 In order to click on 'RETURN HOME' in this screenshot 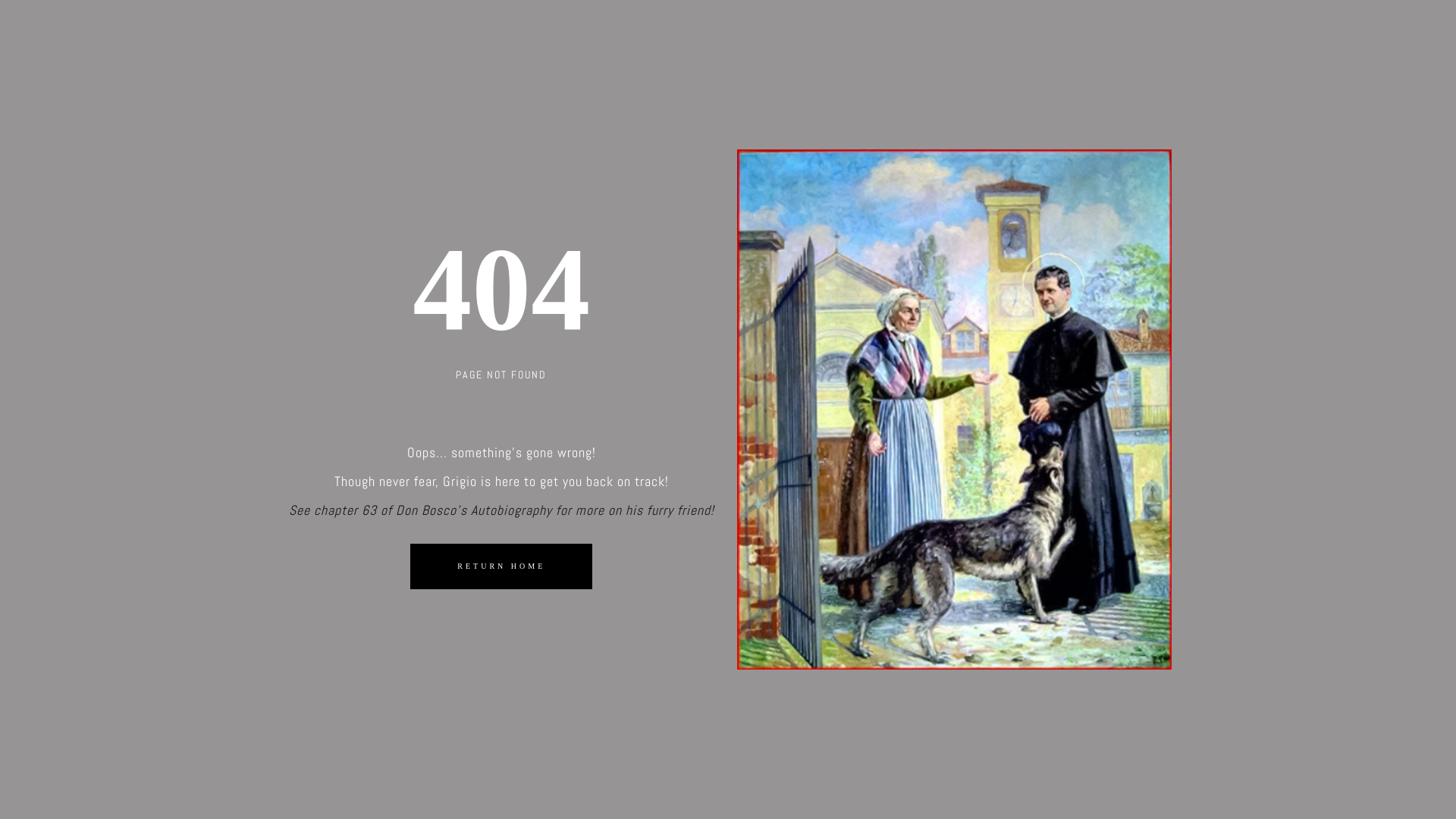, I will do `click(501, 565)`.